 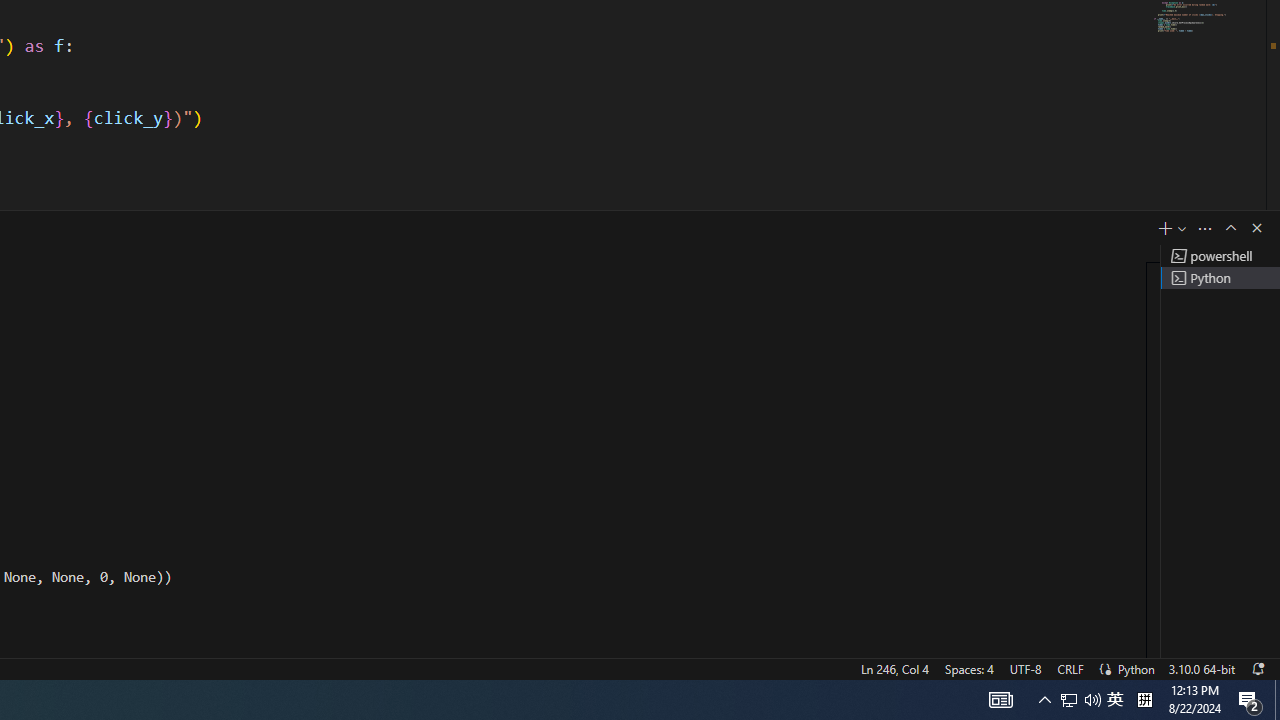 What do you see at coordinates (1182, 227) in the screenshot?
I see `'Launch Profile...'` at bounding box center [1182, 227].